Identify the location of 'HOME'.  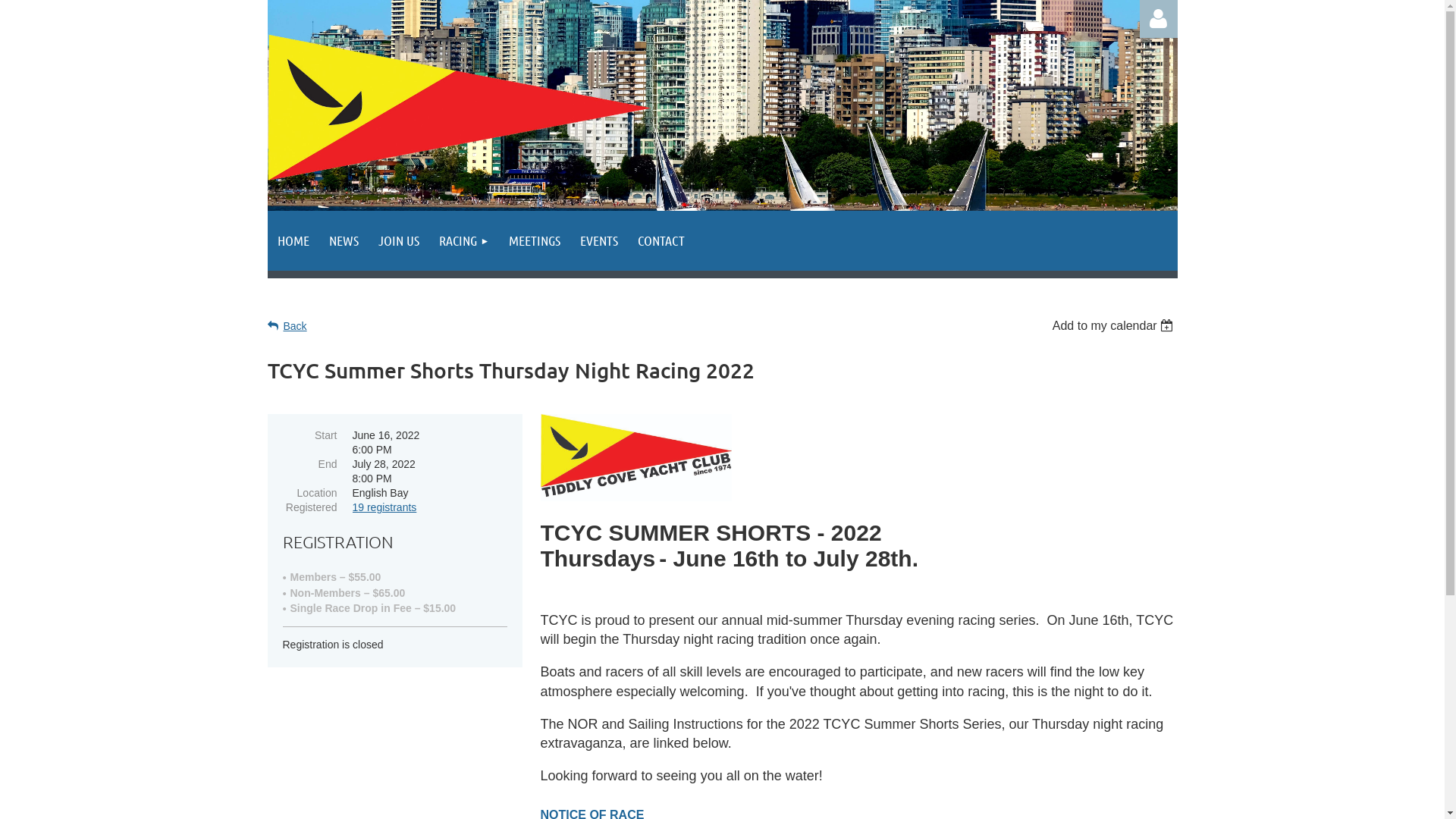
(292, 240).